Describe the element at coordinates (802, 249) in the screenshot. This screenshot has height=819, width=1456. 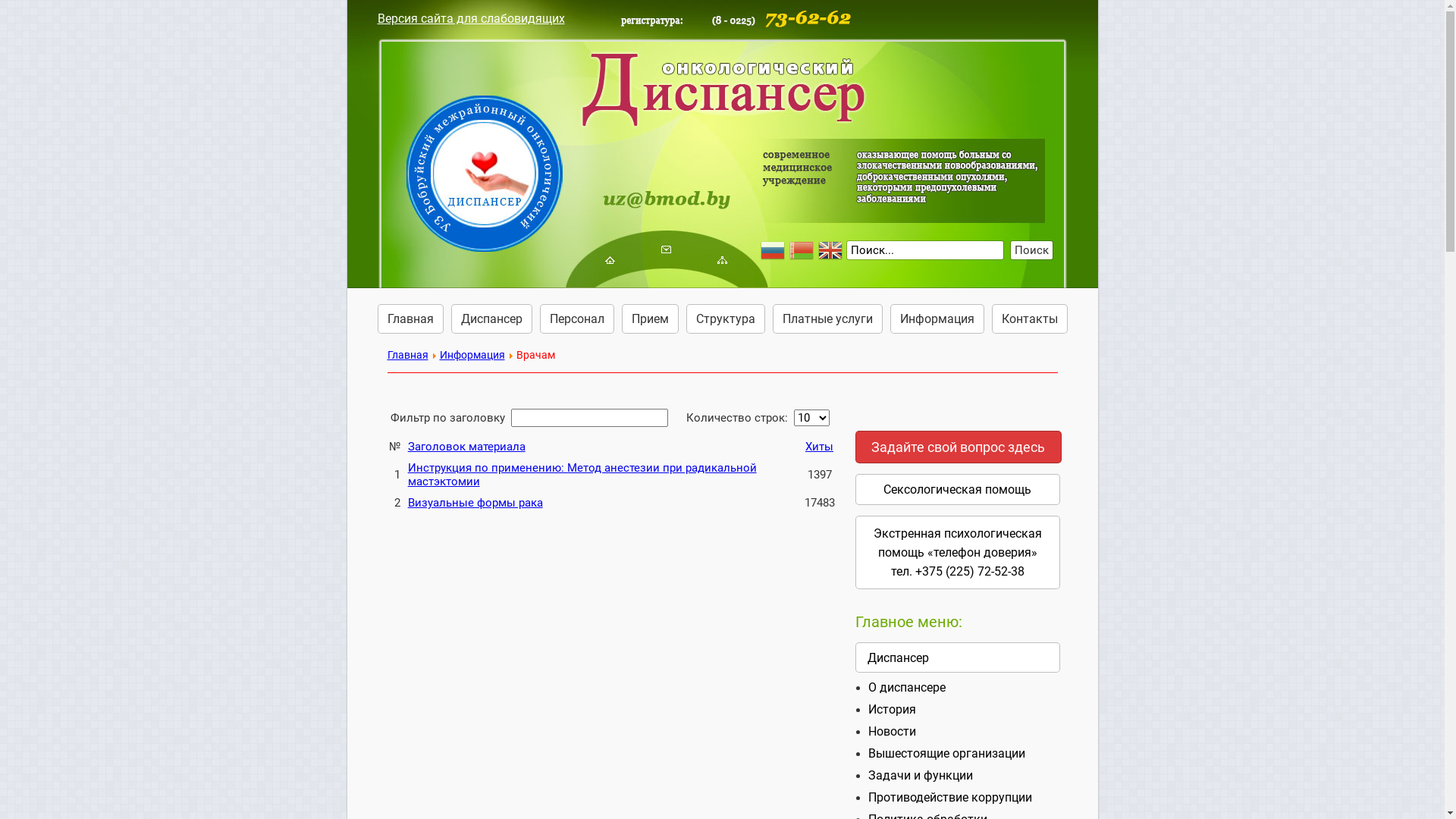
I see `'Belarusian'` at that location.